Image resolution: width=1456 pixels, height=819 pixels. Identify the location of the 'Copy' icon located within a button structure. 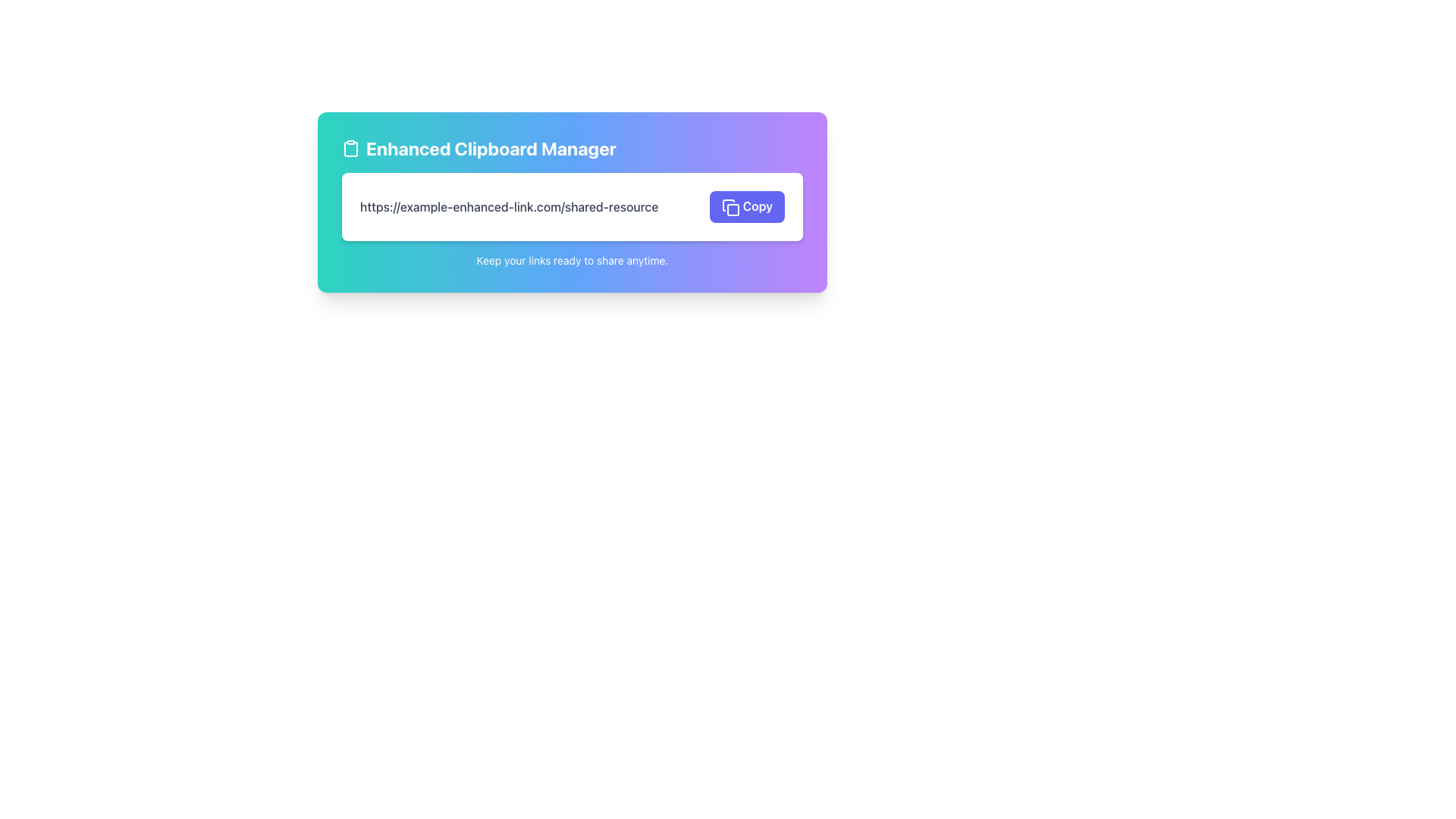
(733, 209).